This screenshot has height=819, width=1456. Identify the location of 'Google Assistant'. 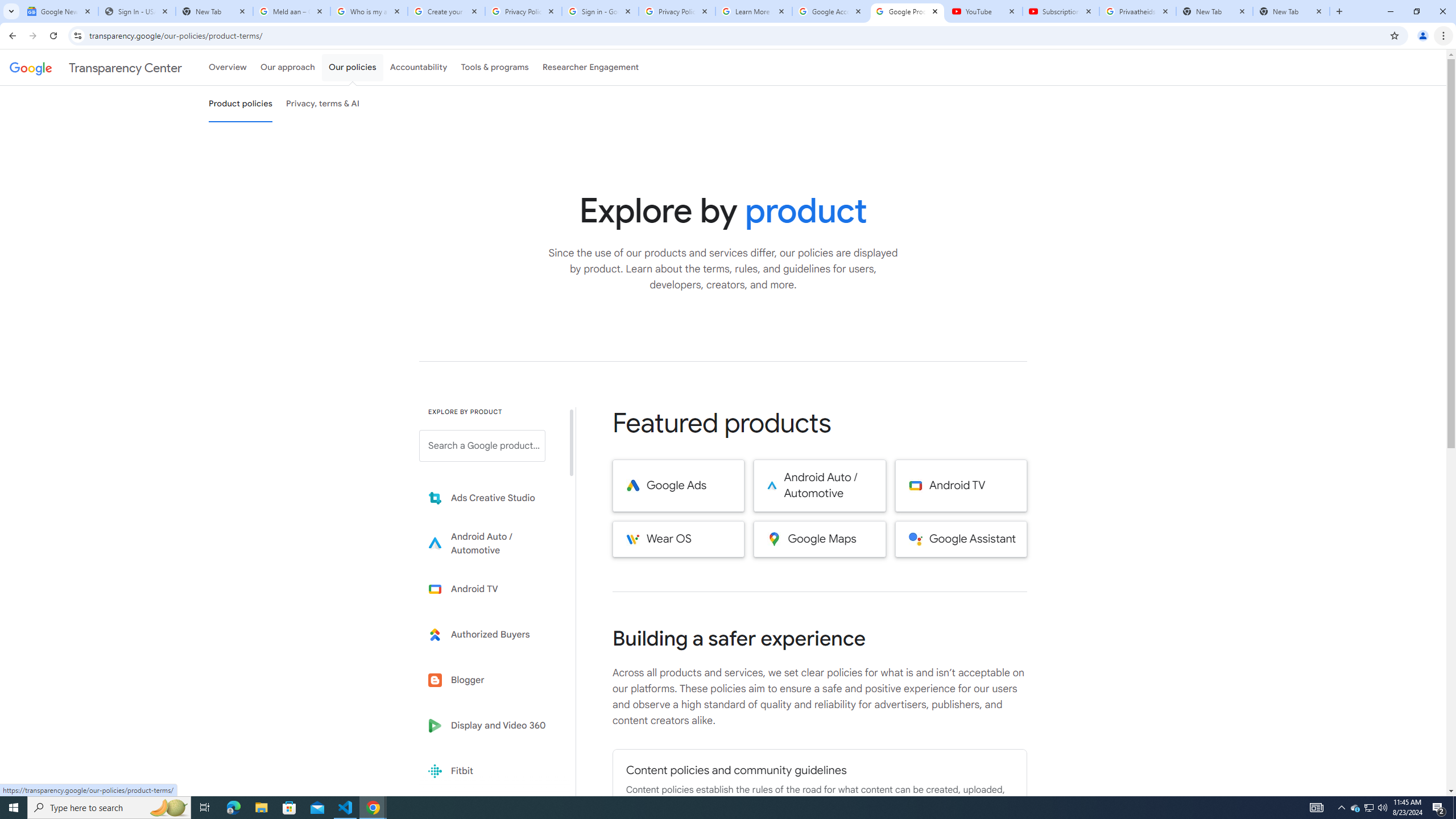
(960, 539).